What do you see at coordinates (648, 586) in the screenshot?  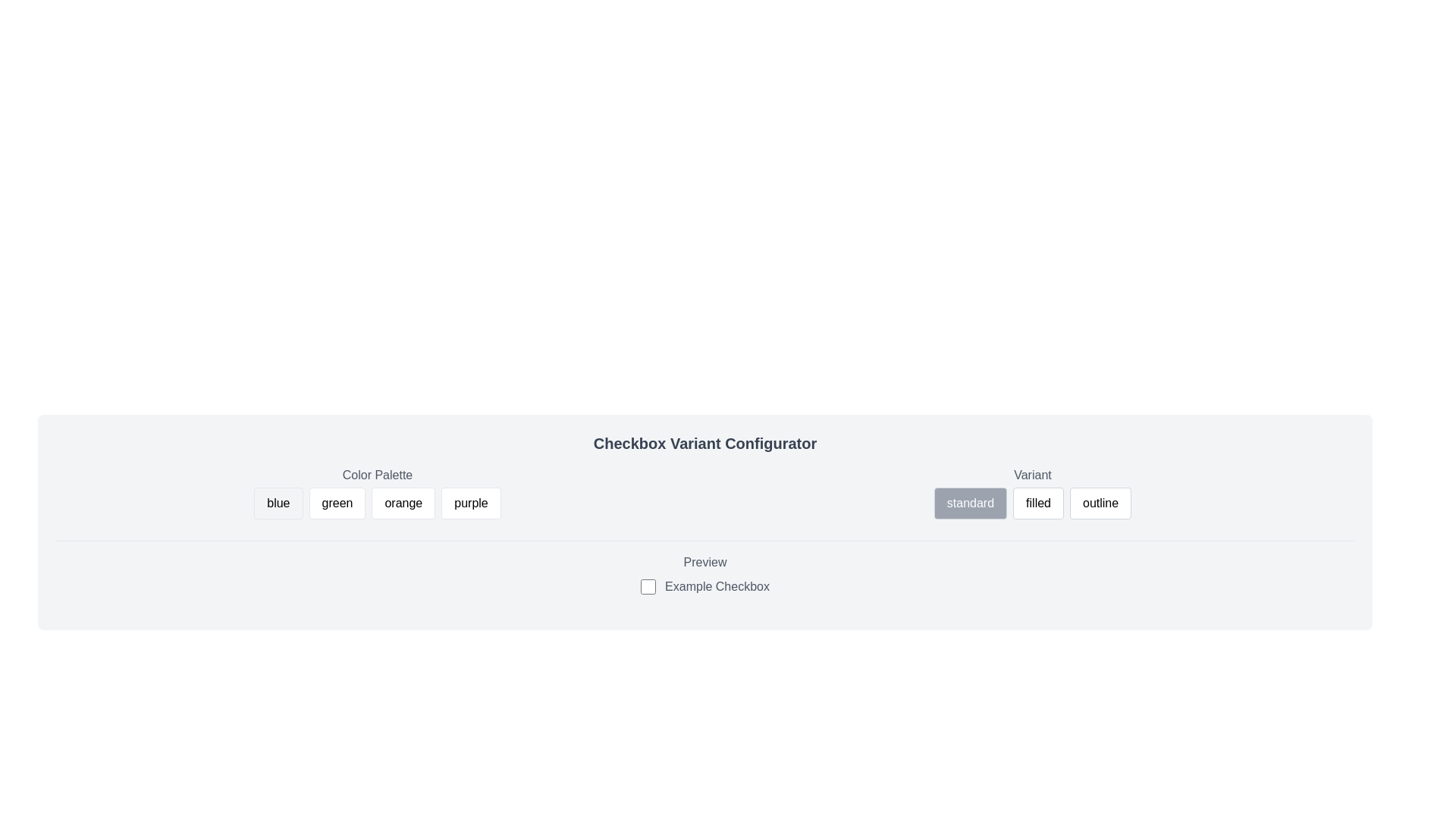 I see `the checkbox located in the 'Preview' section near the center-bottom of the interface to check or uncheck it` at bounding box center [648, 586].